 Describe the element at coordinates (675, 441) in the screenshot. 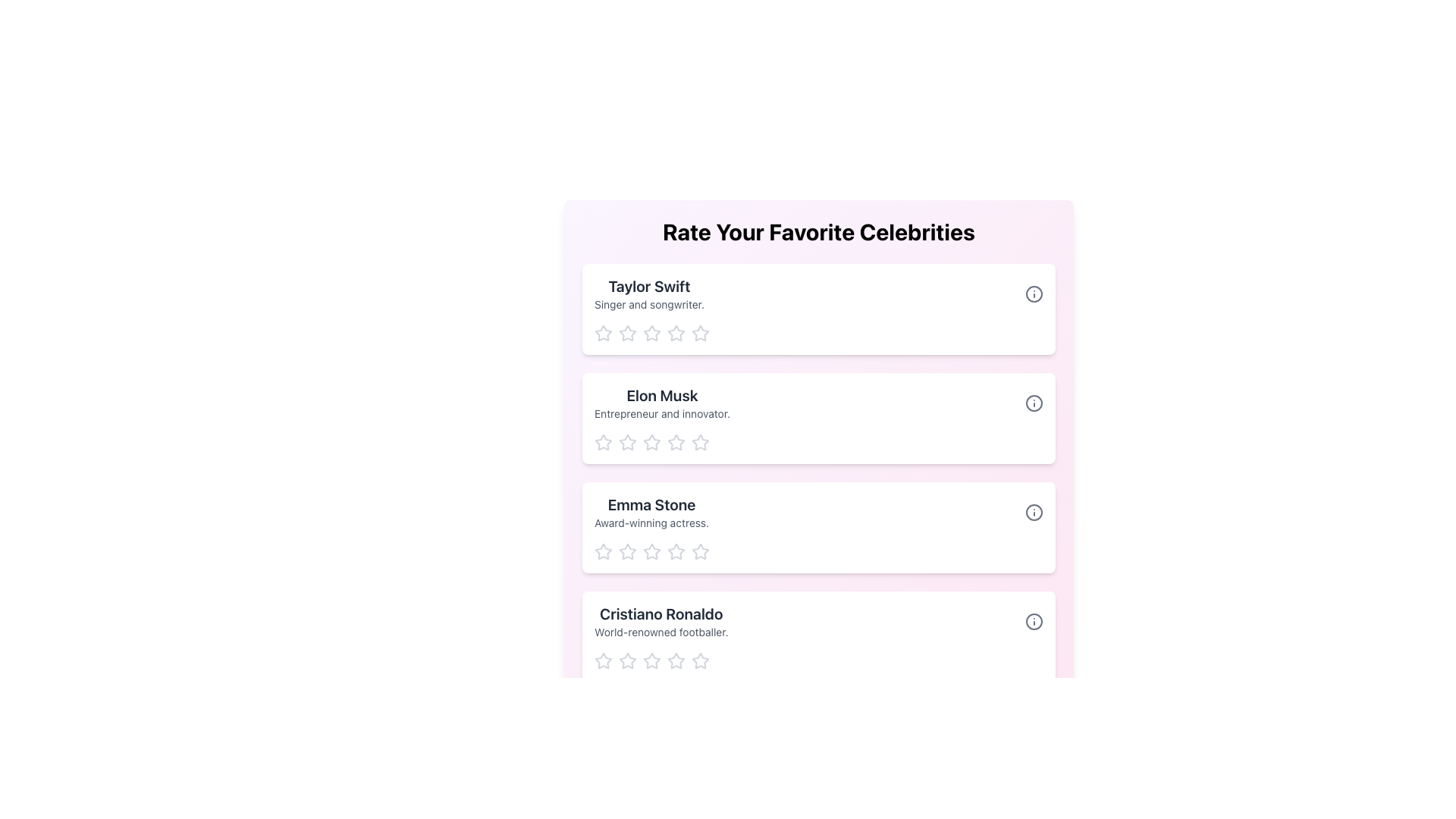

I see `the second star from the left in the five-star rating group under the 'Elon Musk' card` at that location.